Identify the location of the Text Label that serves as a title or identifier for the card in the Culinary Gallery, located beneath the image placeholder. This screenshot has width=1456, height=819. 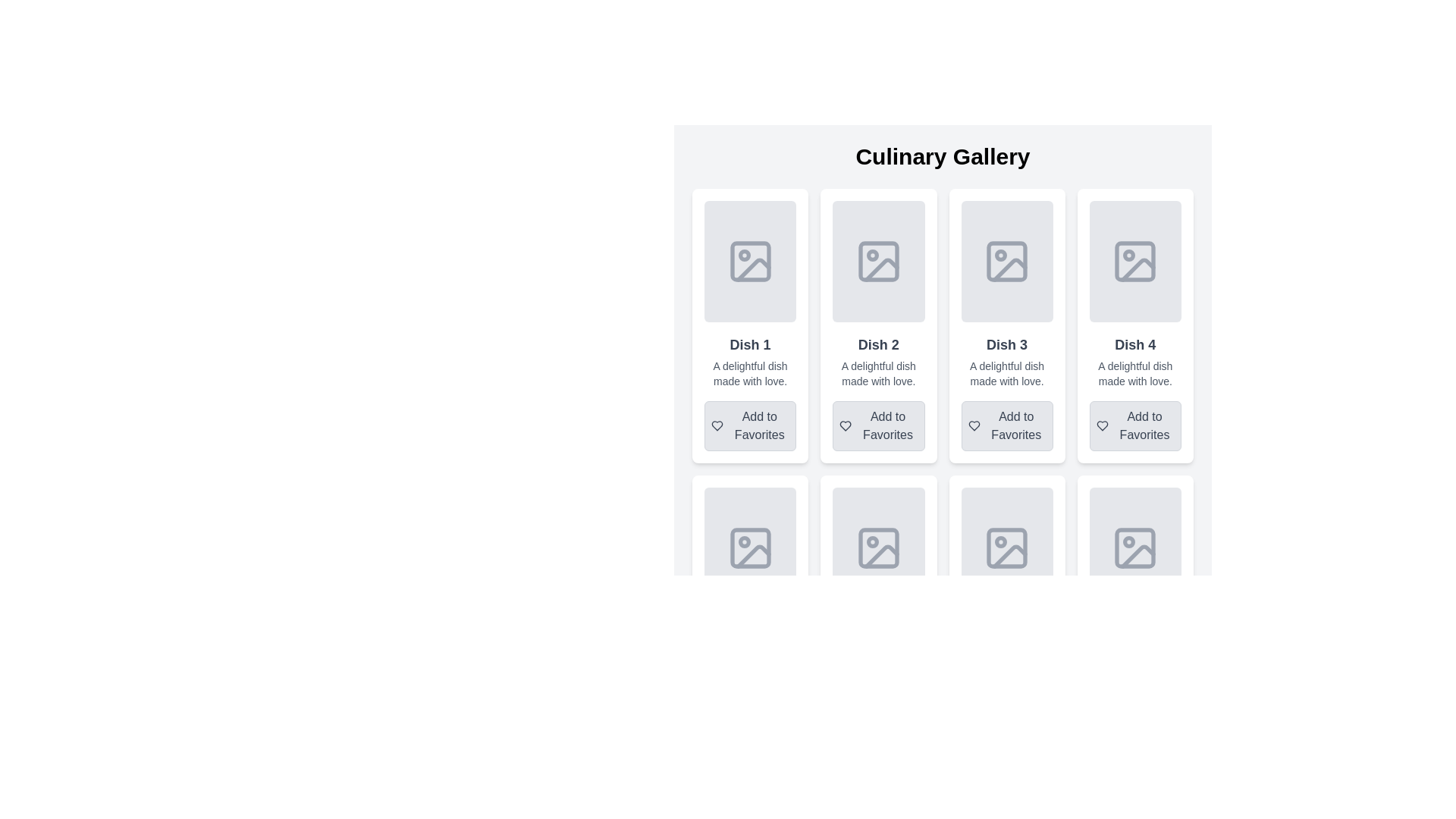
(750, 345).